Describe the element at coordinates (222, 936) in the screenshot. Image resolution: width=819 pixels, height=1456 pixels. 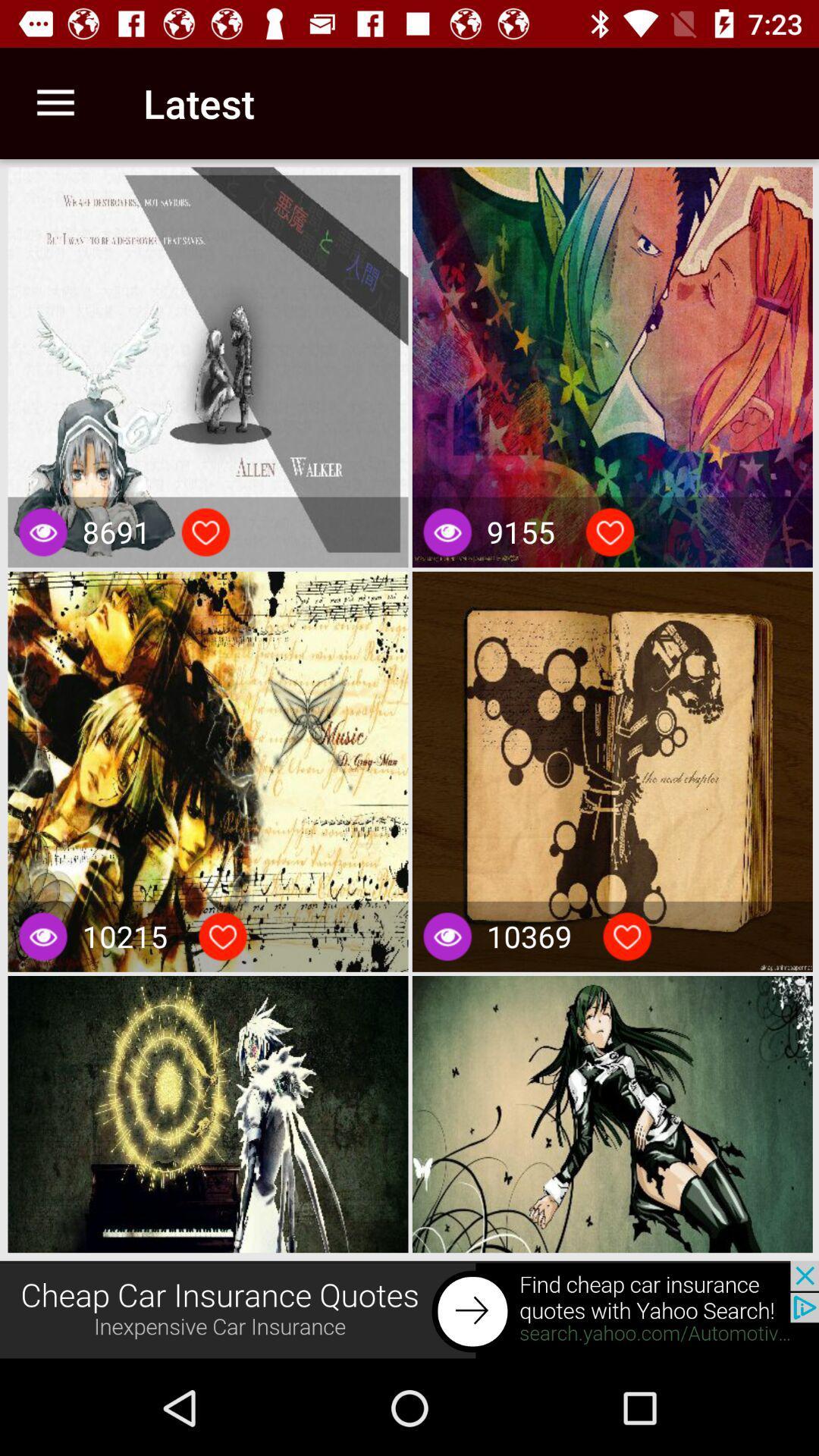
I see `user submission` at that location.